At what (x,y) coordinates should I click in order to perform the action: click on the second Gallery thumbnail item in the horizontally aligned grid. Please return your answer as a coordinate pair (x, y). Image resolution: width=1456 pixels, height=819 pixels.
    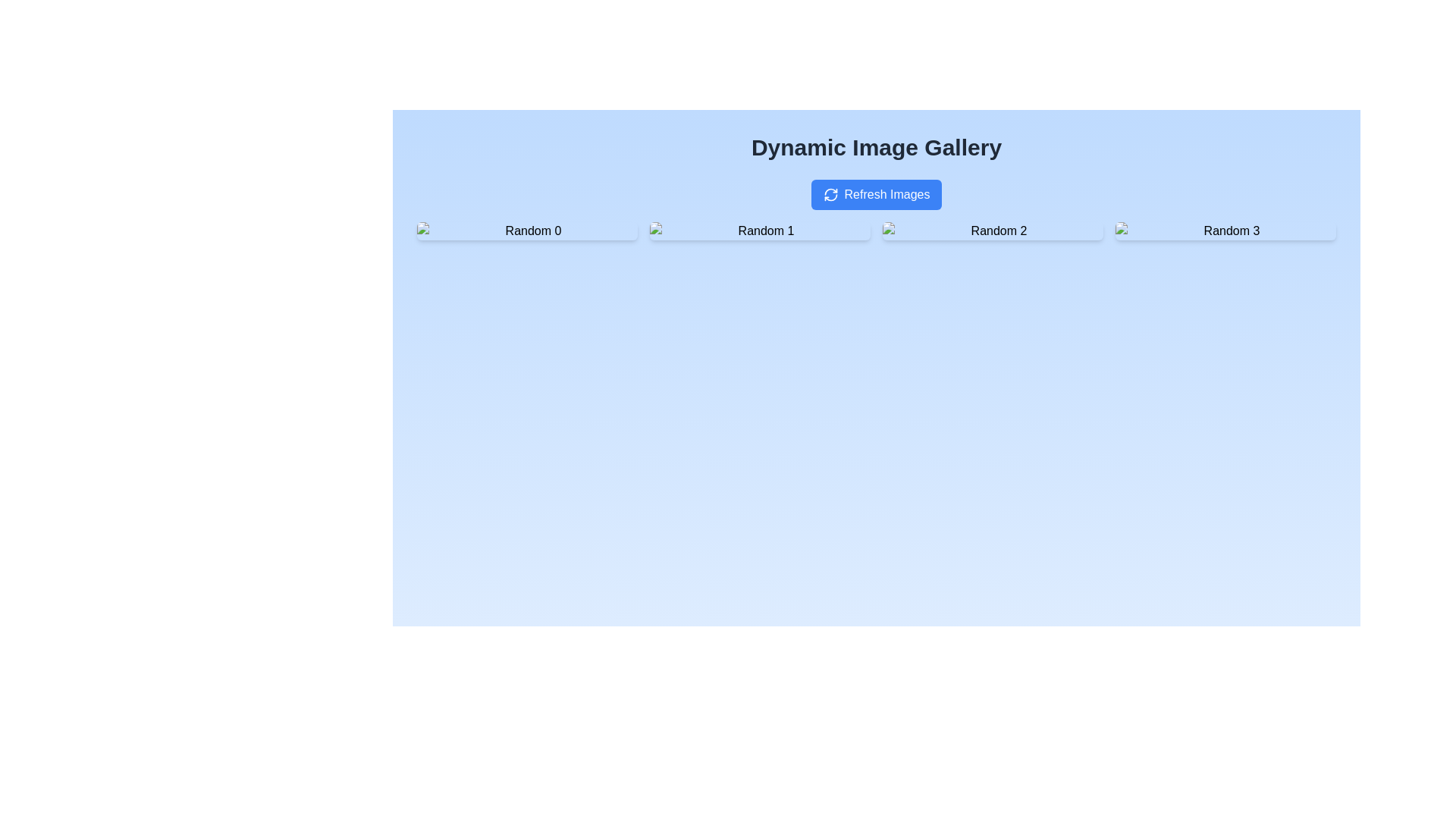
    Looking at the image, I should click on (760, 231).